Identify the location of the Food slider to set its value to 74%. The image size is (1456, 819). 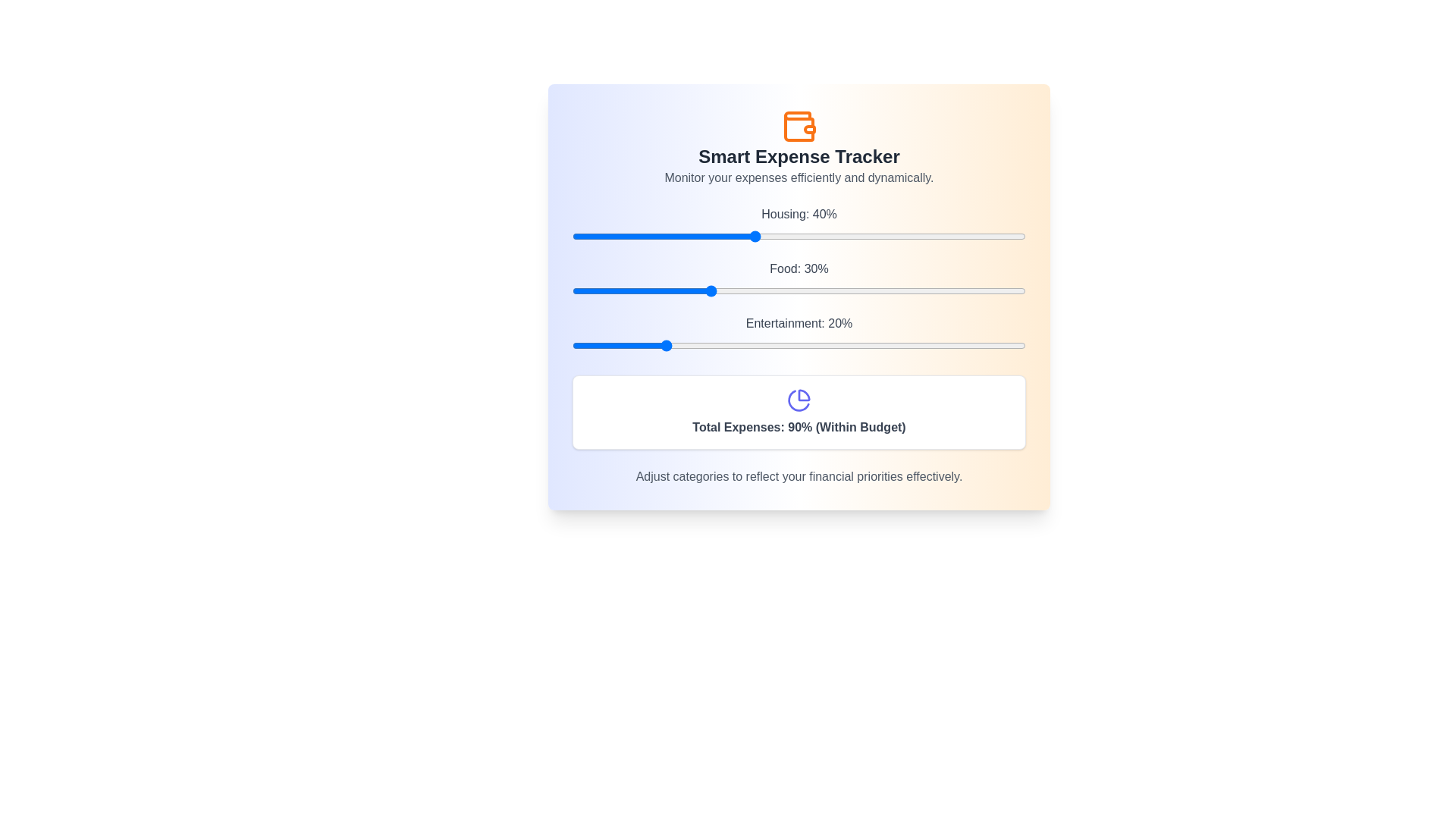
(908, 291).